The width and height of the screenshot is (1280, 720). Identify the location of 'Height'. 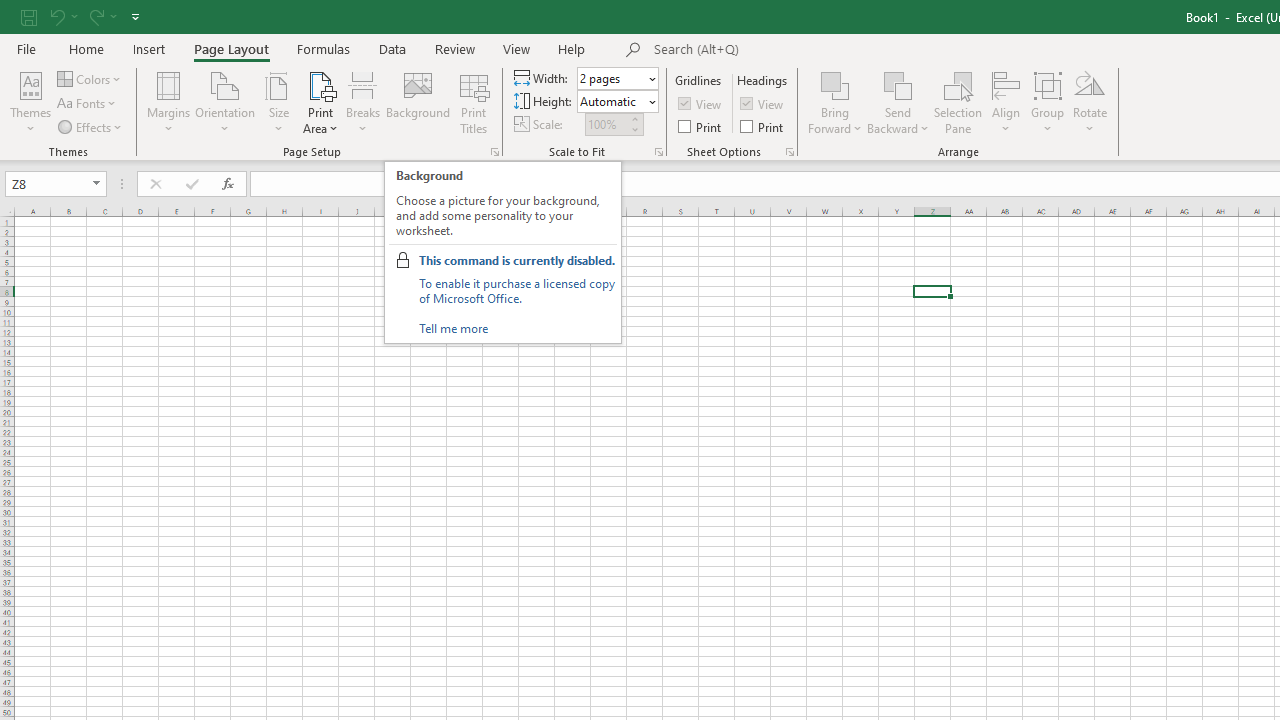
(617, 101).